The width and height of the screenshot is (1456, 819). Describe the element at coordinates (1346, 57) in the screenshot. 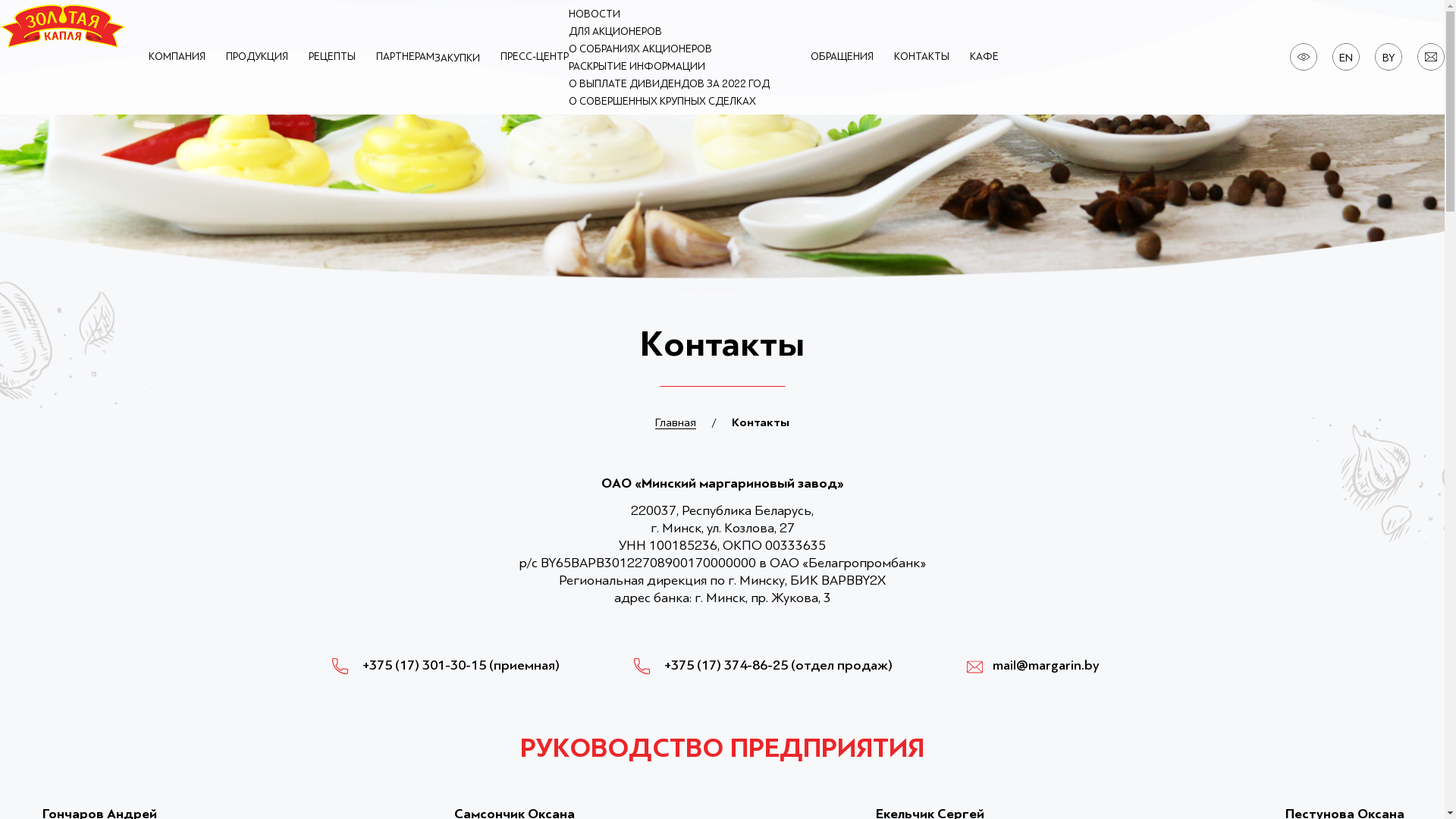

I see `'EN'` at that location.